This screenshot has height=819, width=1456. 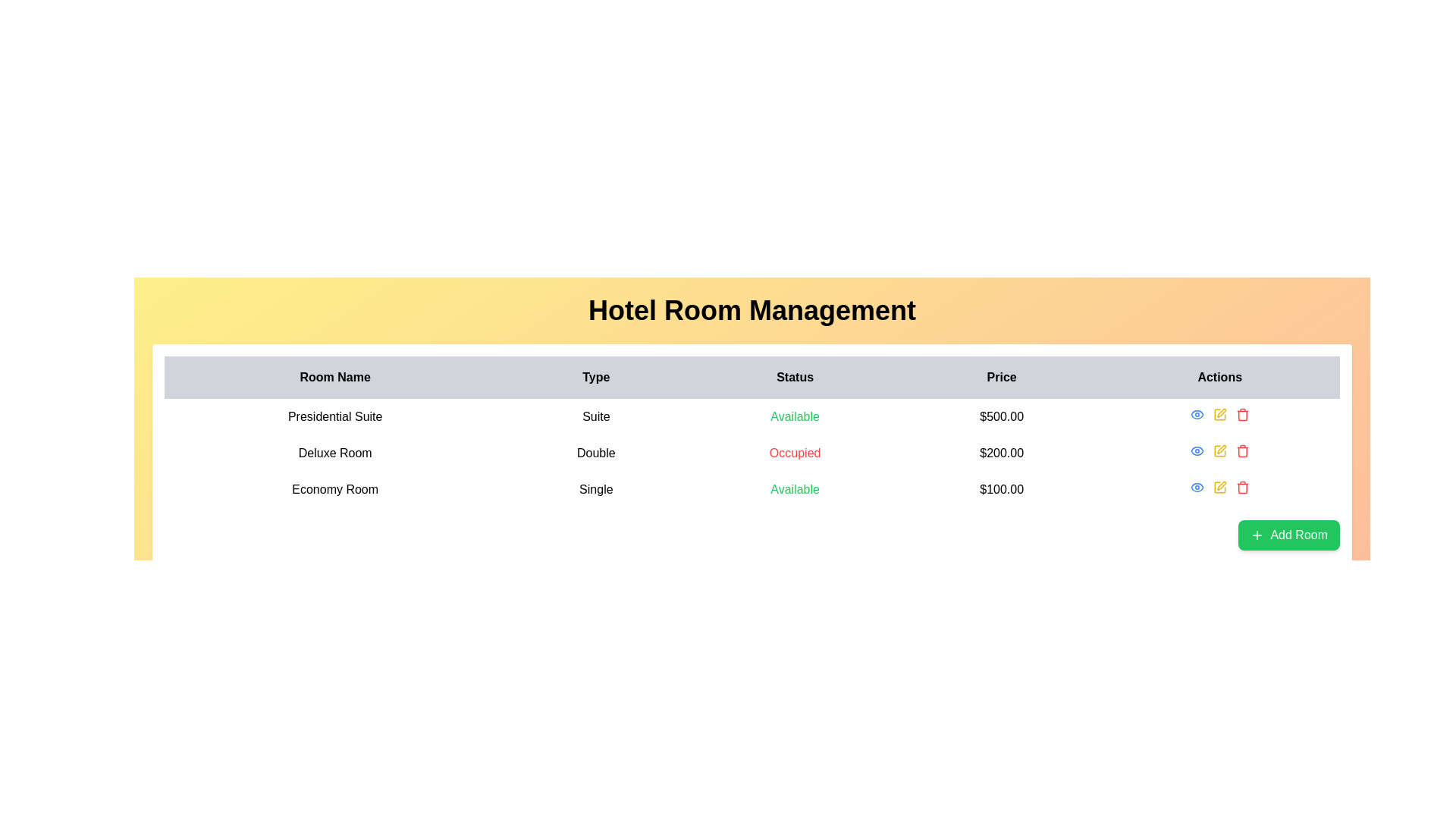 What do you see at coordinates (752, 489) in the screenshot?
I see `the third row in the table displaying the 'Economy Room' category with type 'Single' and availability status 'Available'` at bounding box center [752, 489].